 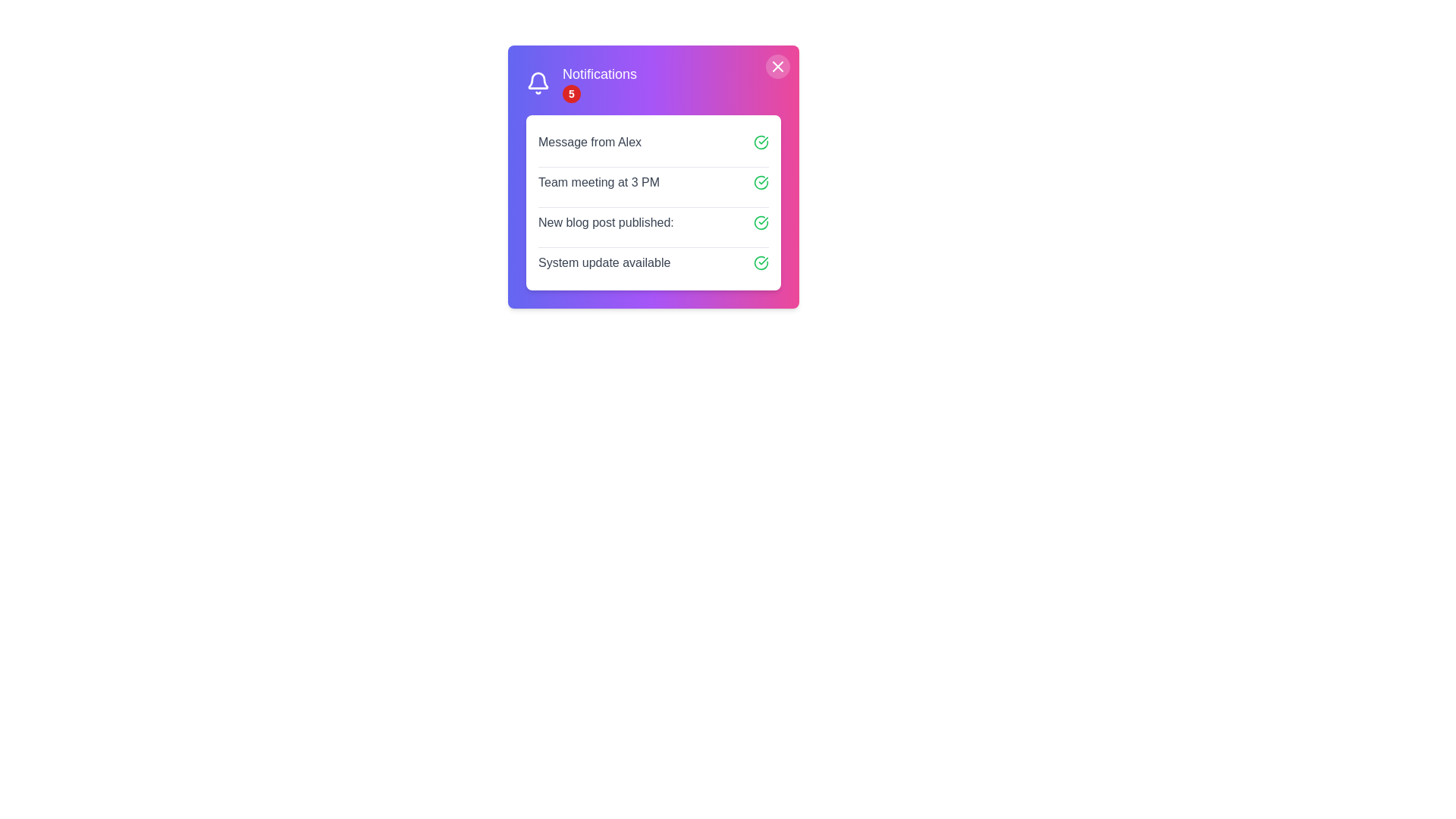 I want to click on the Text label that serves as a title or summary for a notification entry within the notification panel, so click(x=588, y=143).